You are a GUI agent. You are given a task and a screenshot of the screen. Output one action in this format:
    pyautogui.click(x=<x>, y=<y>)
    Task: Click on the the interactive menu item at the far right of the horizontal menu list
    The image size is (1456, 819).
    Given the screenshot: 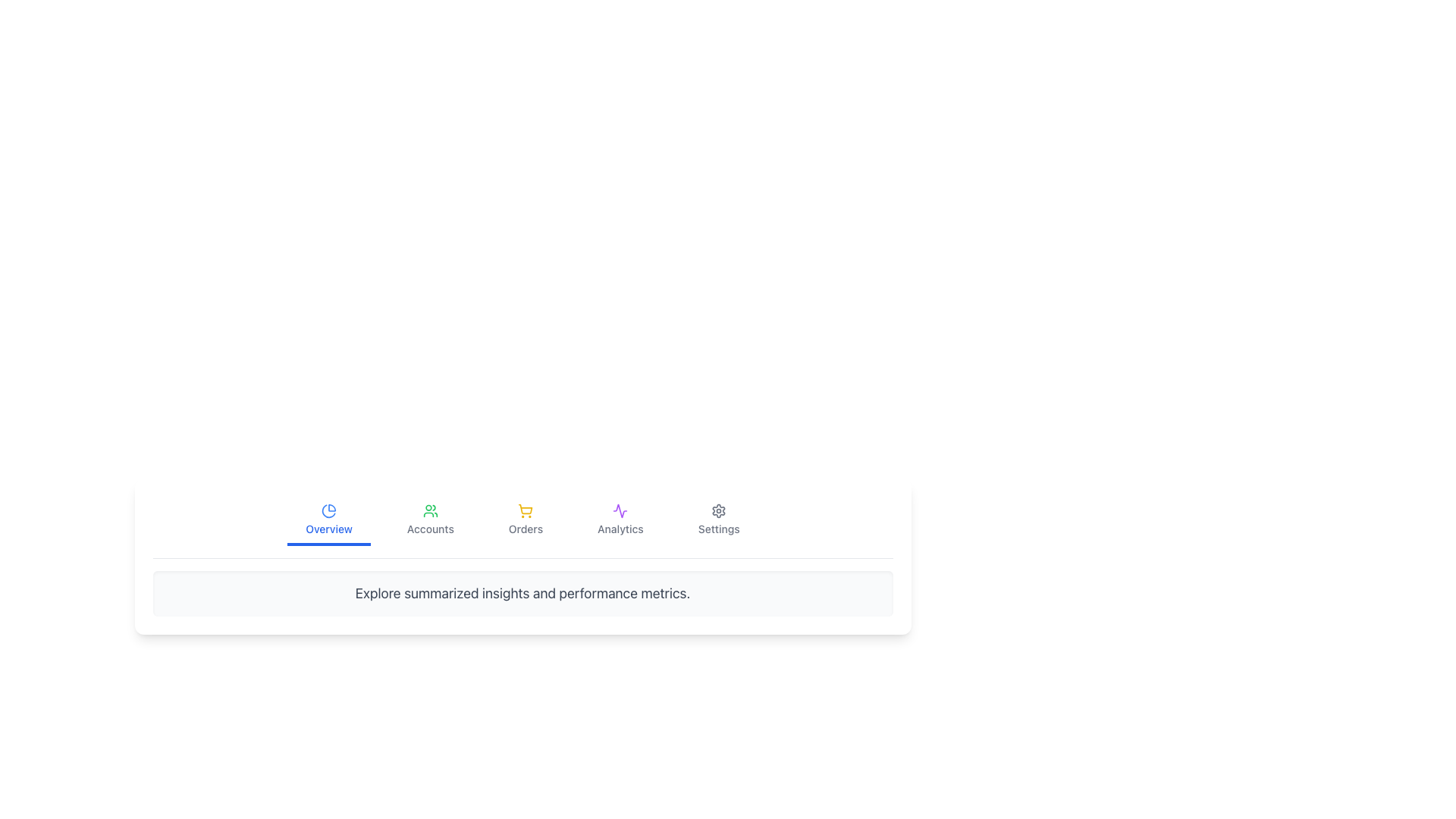 What is the action you would take?
    pyautogui.click(x=718, y=520)
    